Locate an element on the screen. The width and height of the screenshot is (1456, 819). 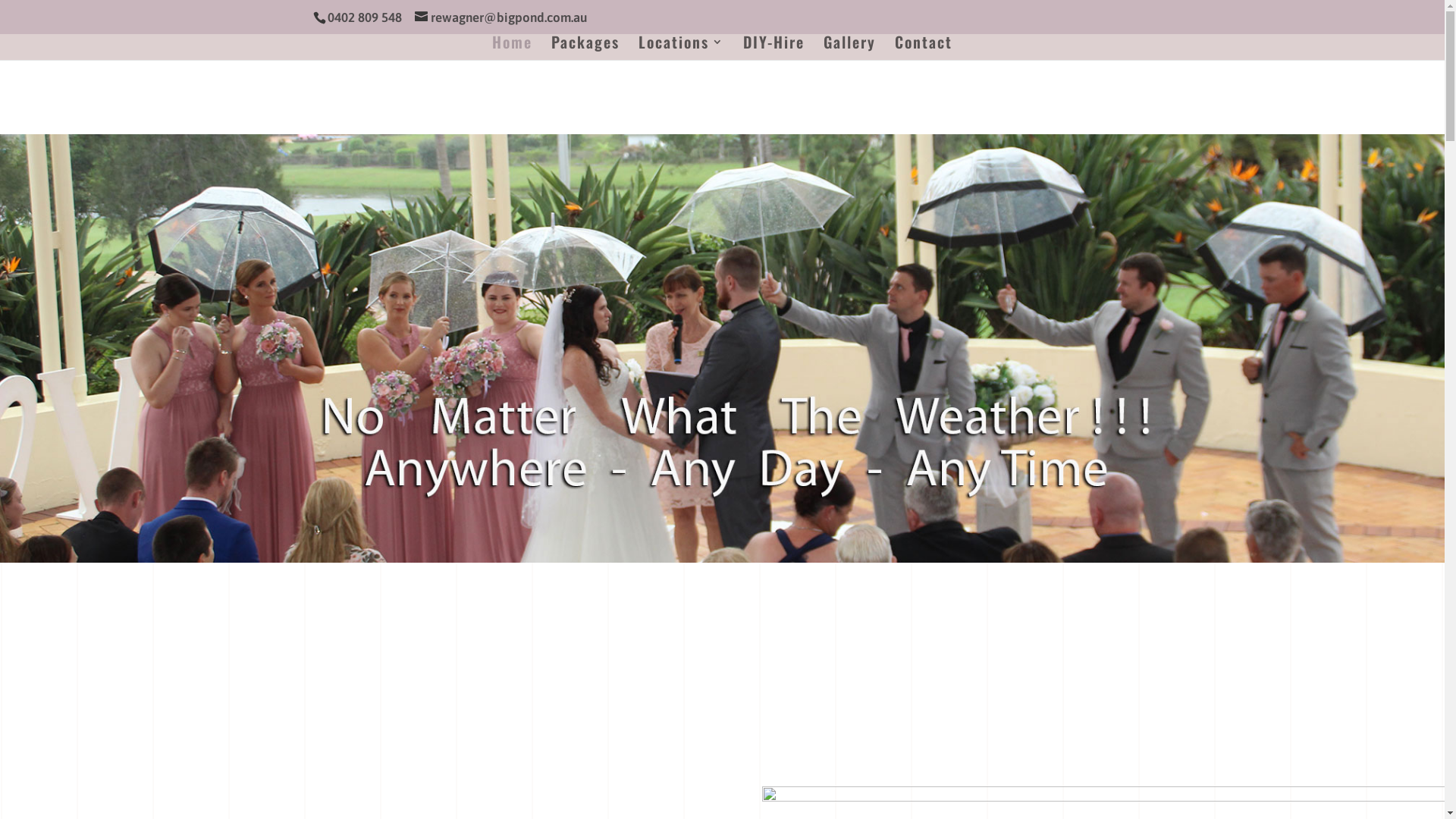
'rewagner@bigpond.com.au' is located at coordinates (500, 17).